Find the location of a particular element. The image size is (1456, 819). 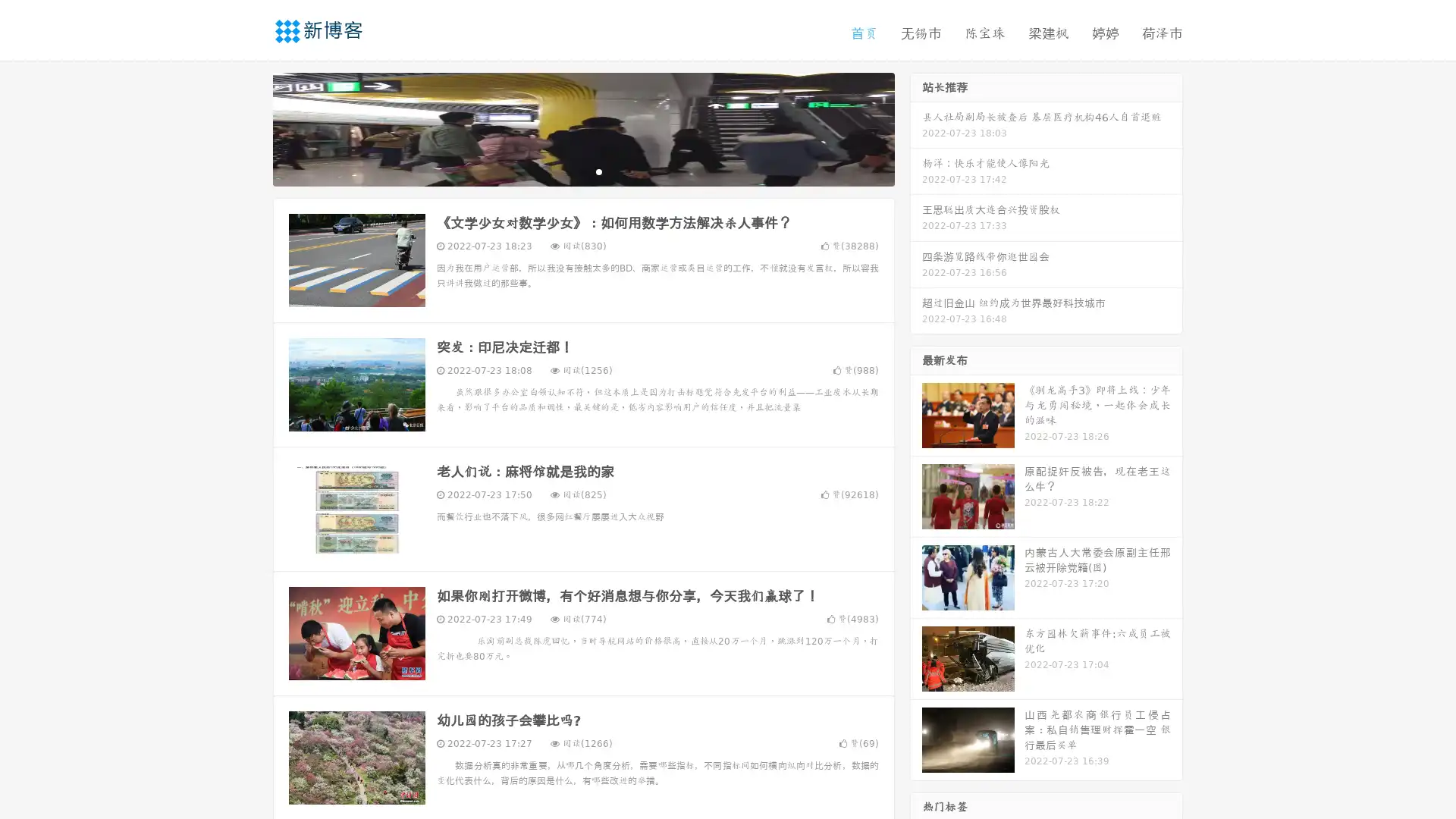

Go to slide 1 is located at coordinates (567, 171).